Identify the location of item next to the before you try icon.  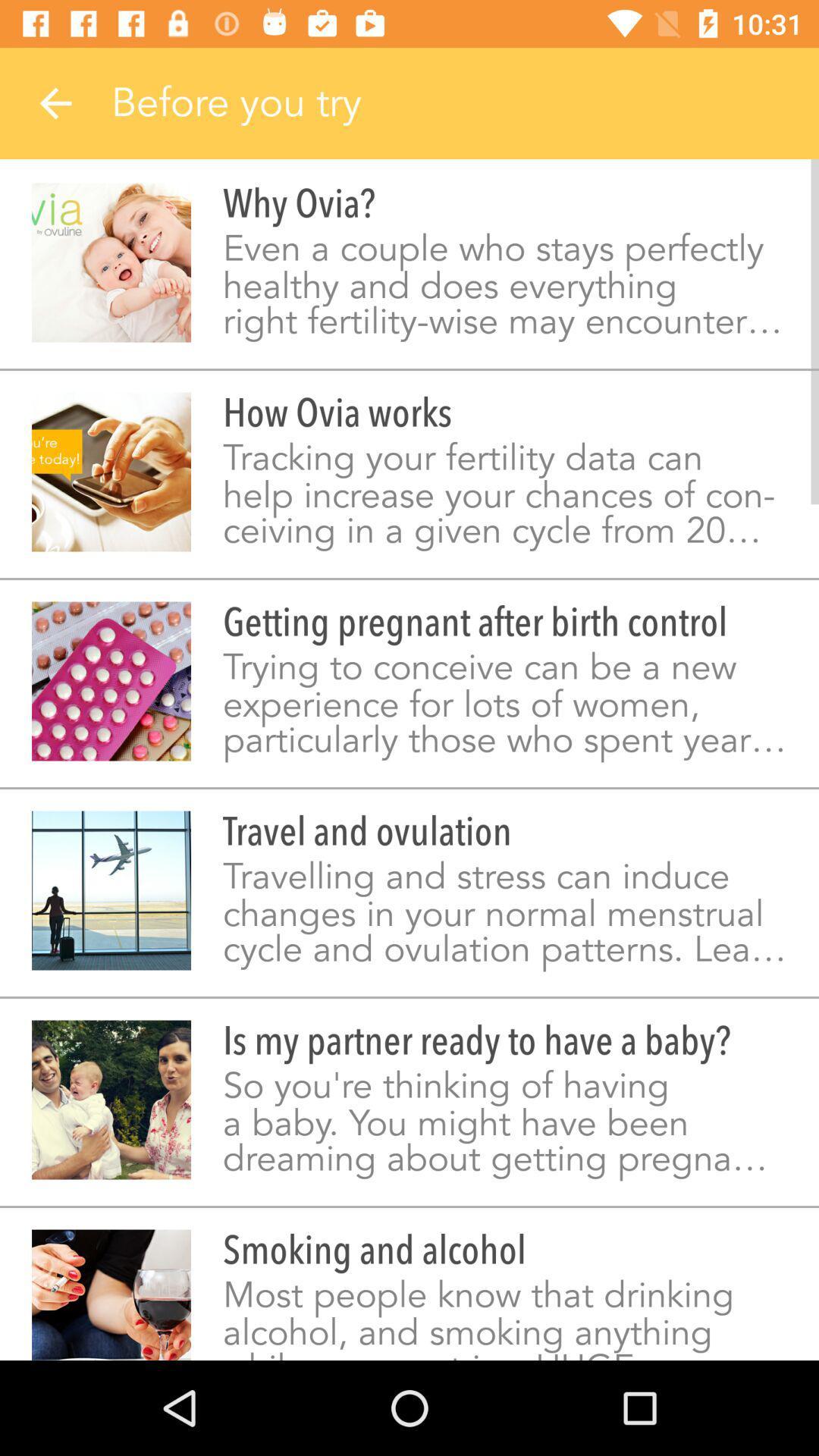
(55, 102).